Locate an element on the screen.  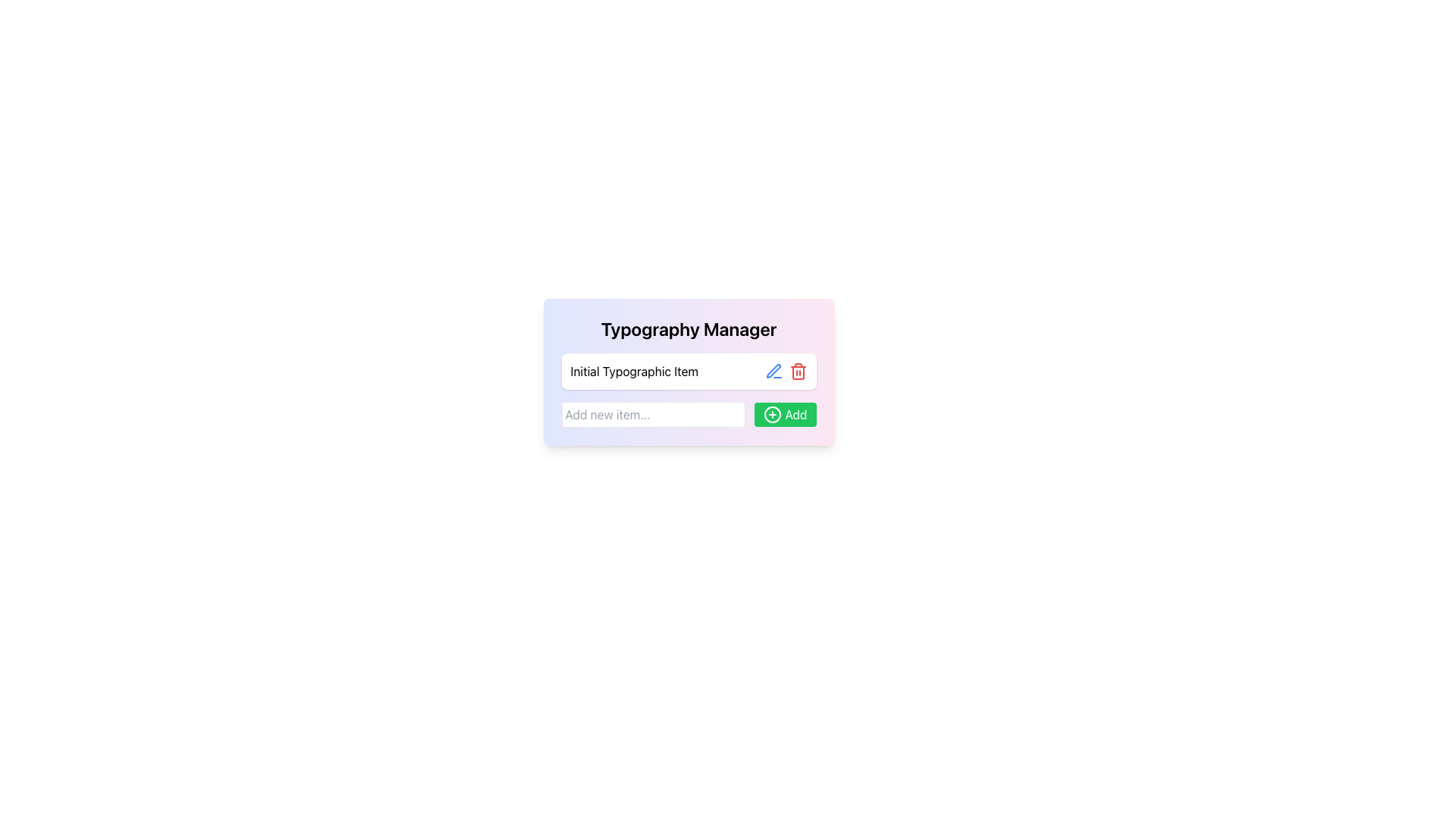
the text label 'Initial Typographic Item' is located at coordinates (688, 371).